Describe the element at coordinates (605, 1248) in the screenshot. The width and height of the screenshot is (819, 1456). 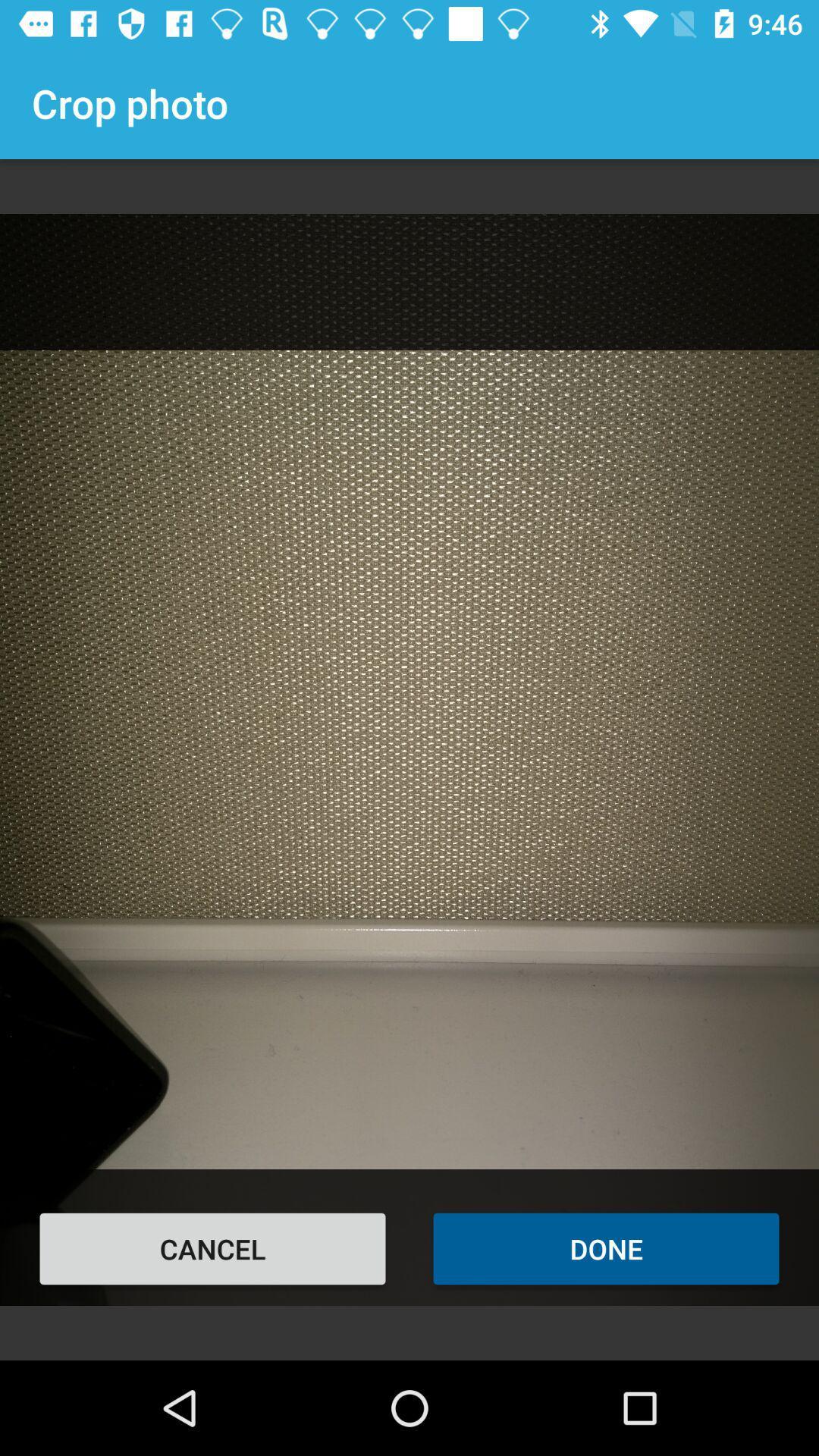
I see `the done at the bottom right corner` at that location.